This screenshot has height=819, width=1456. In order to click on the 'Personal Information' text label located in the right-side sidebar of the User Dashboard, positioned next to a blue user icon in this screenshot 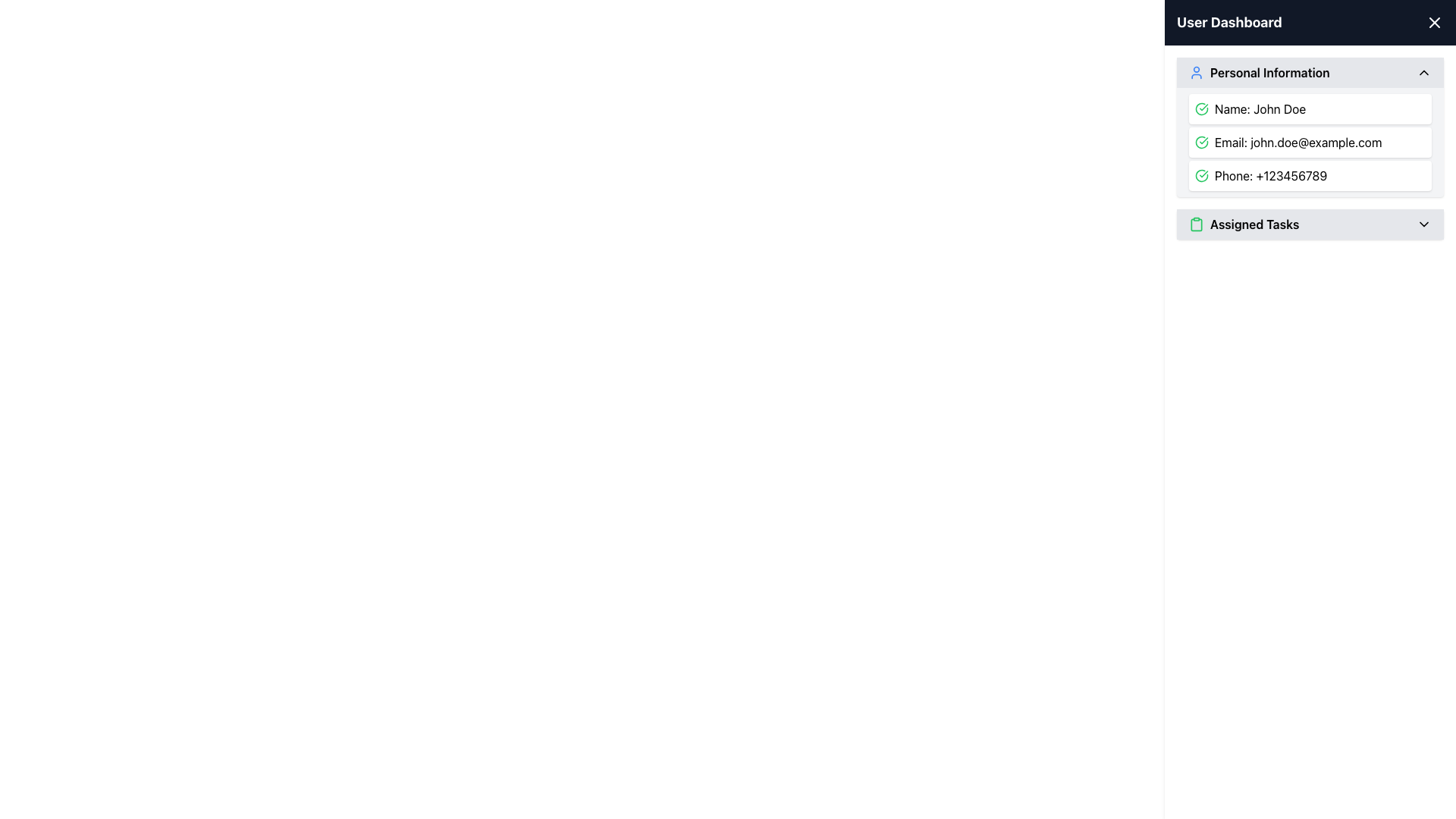, I will do `click(1269, 73)`.